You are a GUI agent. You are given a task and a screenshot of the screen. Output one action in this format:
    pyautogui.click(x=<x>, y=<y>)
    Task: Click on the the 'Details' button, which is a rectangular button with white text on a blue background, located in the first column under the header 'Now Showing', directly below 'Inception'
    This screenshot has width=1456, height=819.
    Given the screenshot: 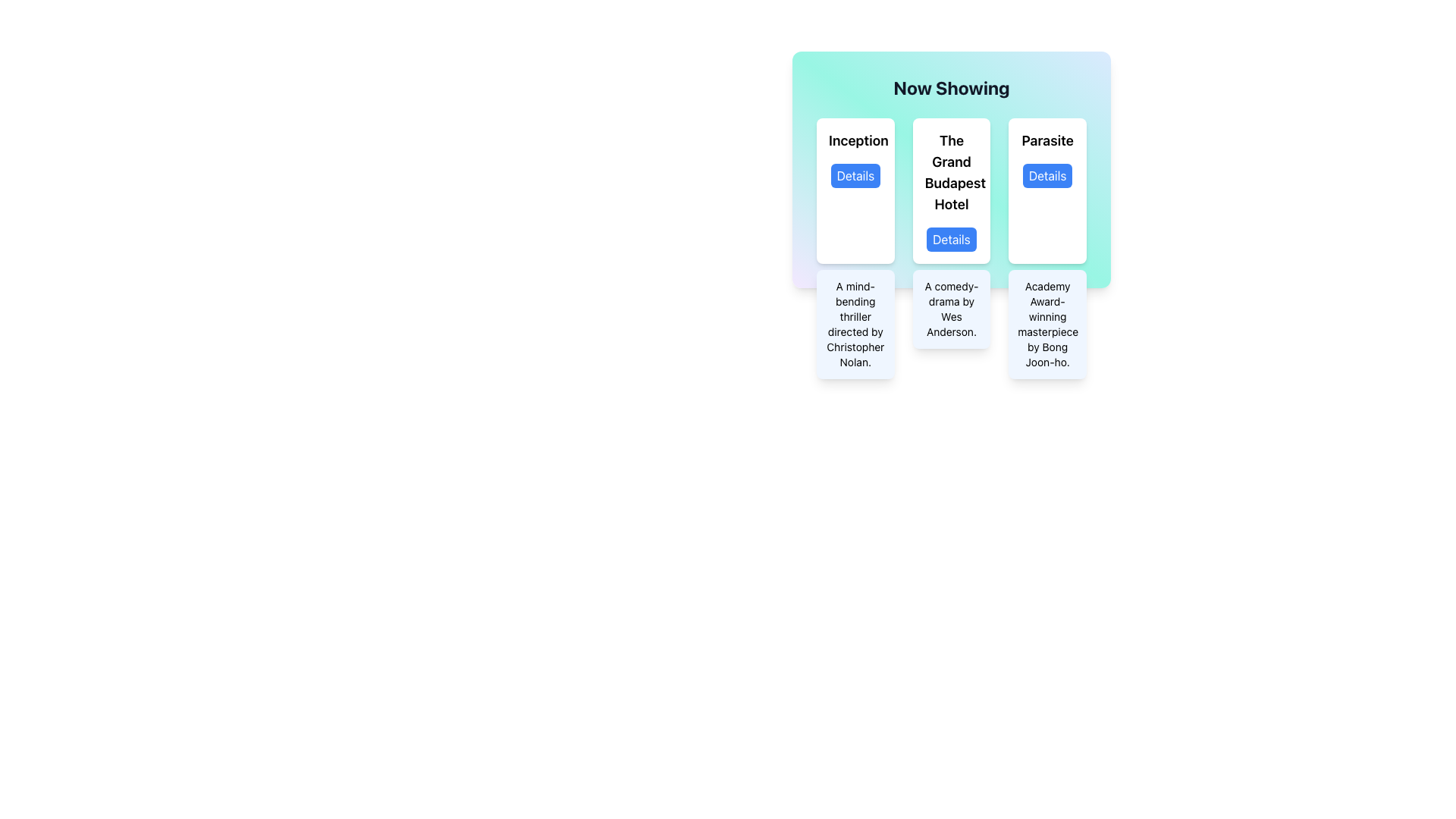 What is the action you would take?
    pyautogui.click(x=855, y=174)
    